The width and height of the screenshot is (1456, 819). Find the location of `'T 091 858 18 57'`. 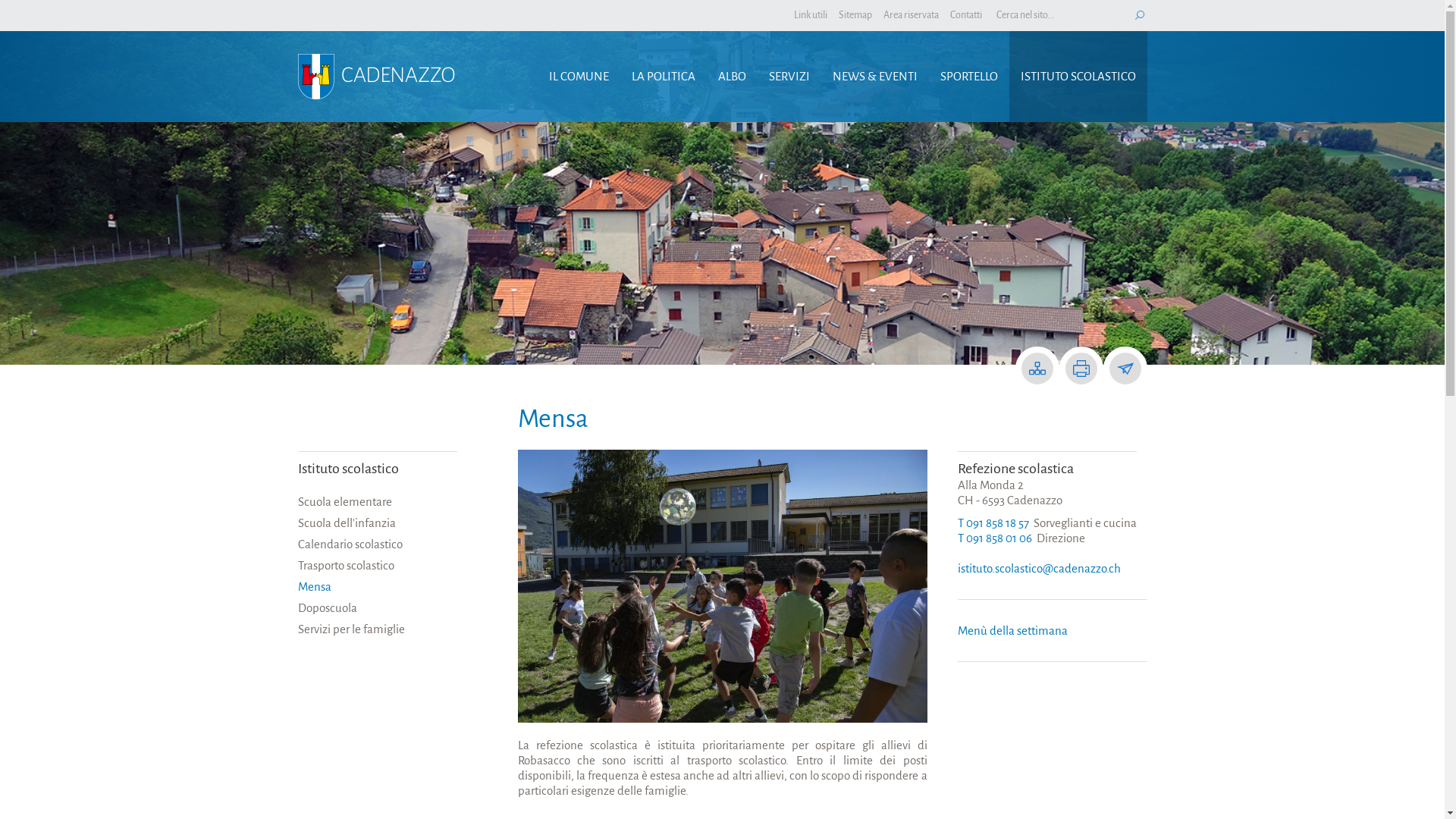

'T 091 858 18 57' is located at coordinates (993, 522).